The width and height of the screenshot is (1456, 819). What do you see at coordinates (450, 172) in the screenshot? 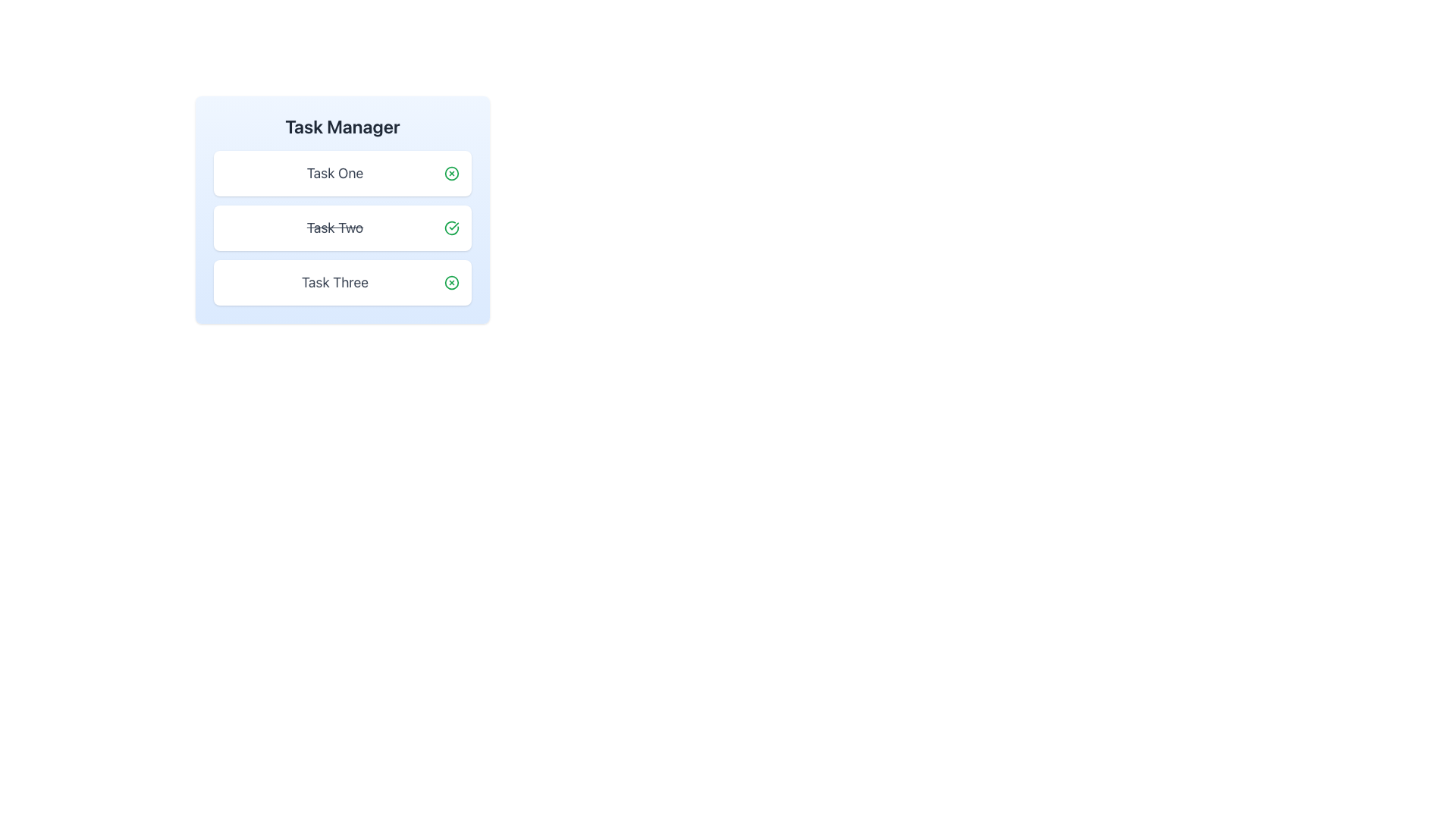
I see `the green icon button located at the right edge of the 'Task One' panel` at bounding box center [450, 172].